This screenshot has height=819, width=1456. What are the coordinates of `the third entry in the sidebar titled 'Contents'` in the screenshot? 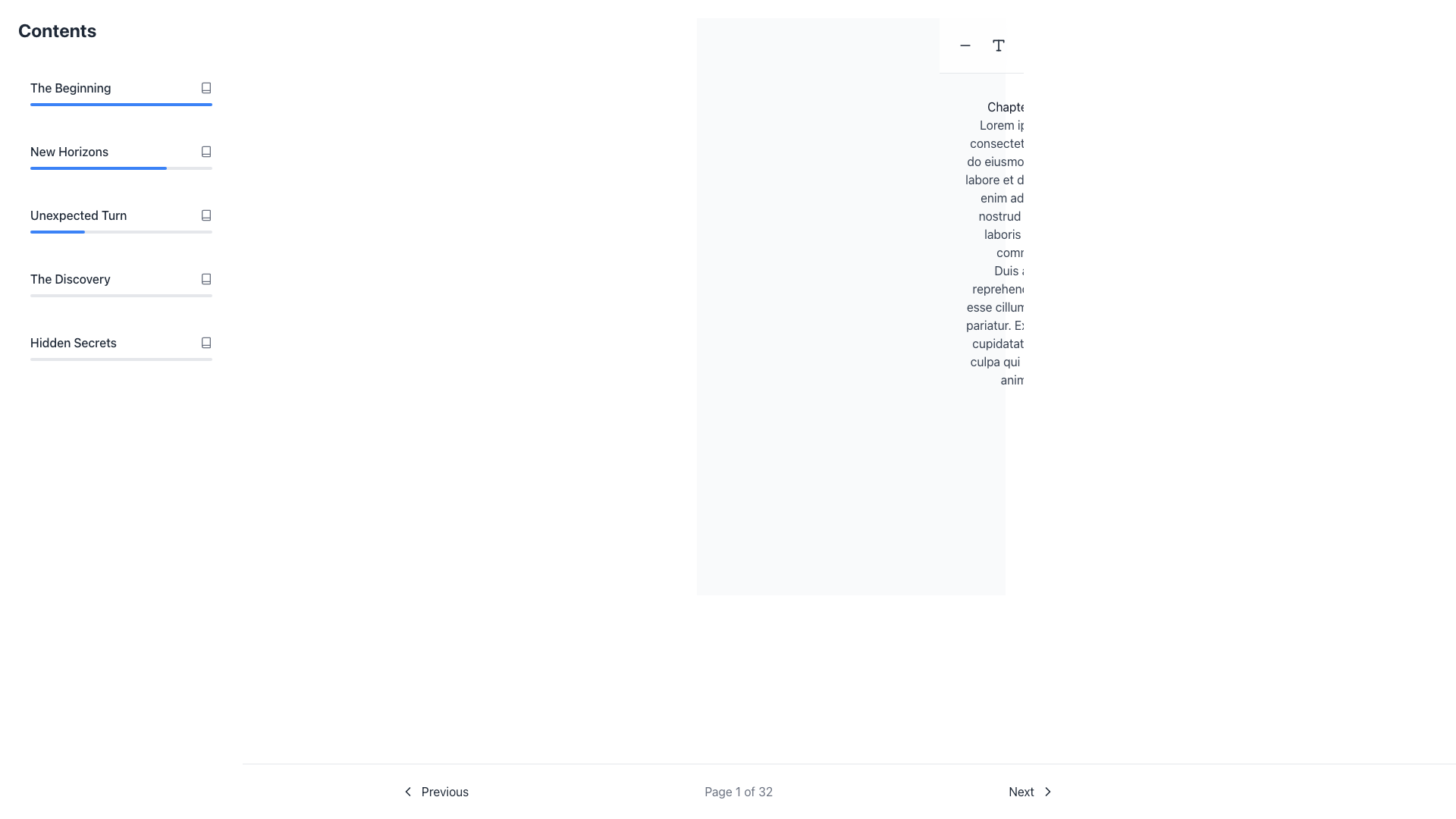 It's located at (120, 219).